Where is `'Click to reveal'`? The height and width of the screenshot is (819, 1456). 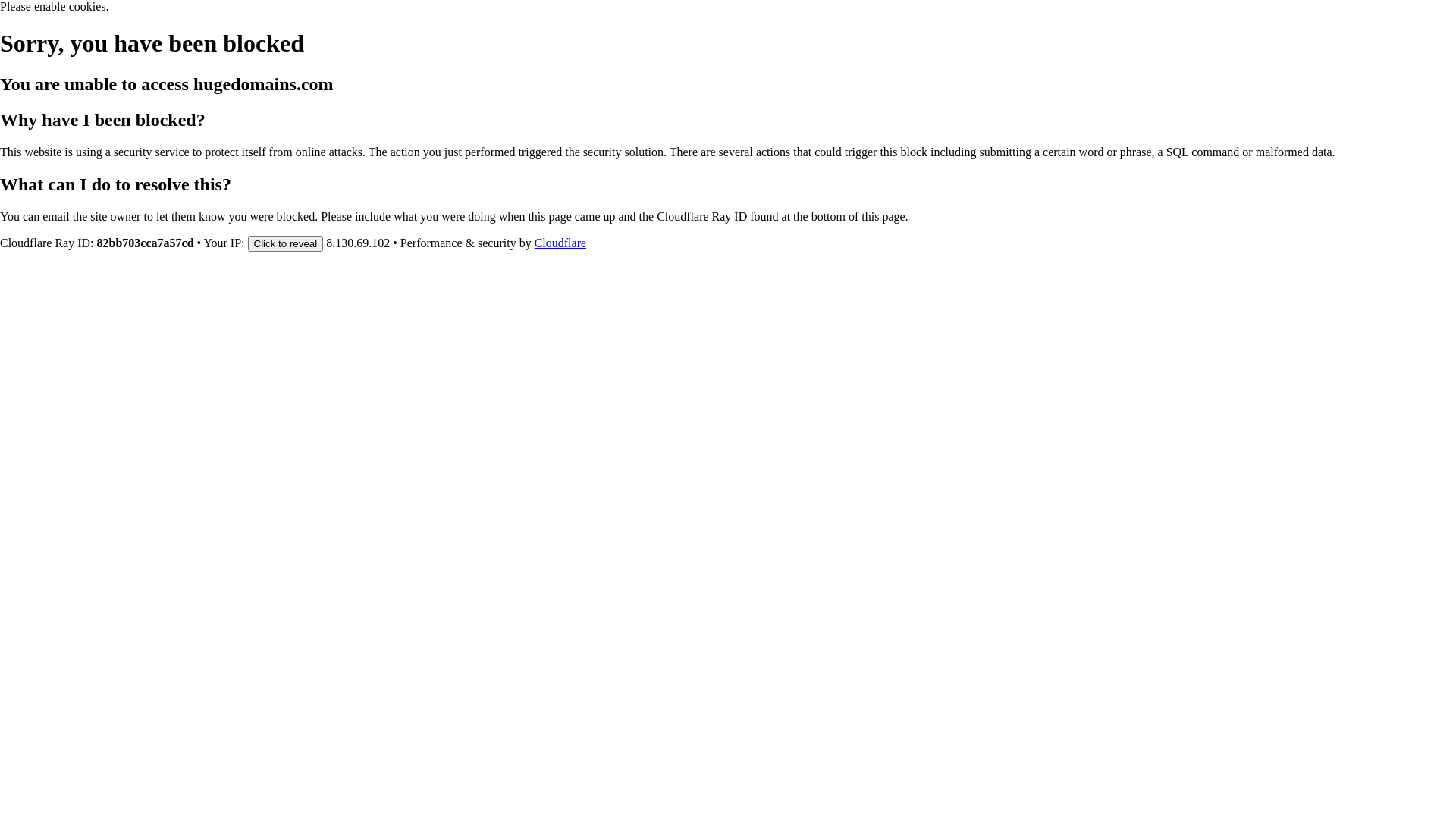
'Click to reveal' is located at coordinates (284, 242).